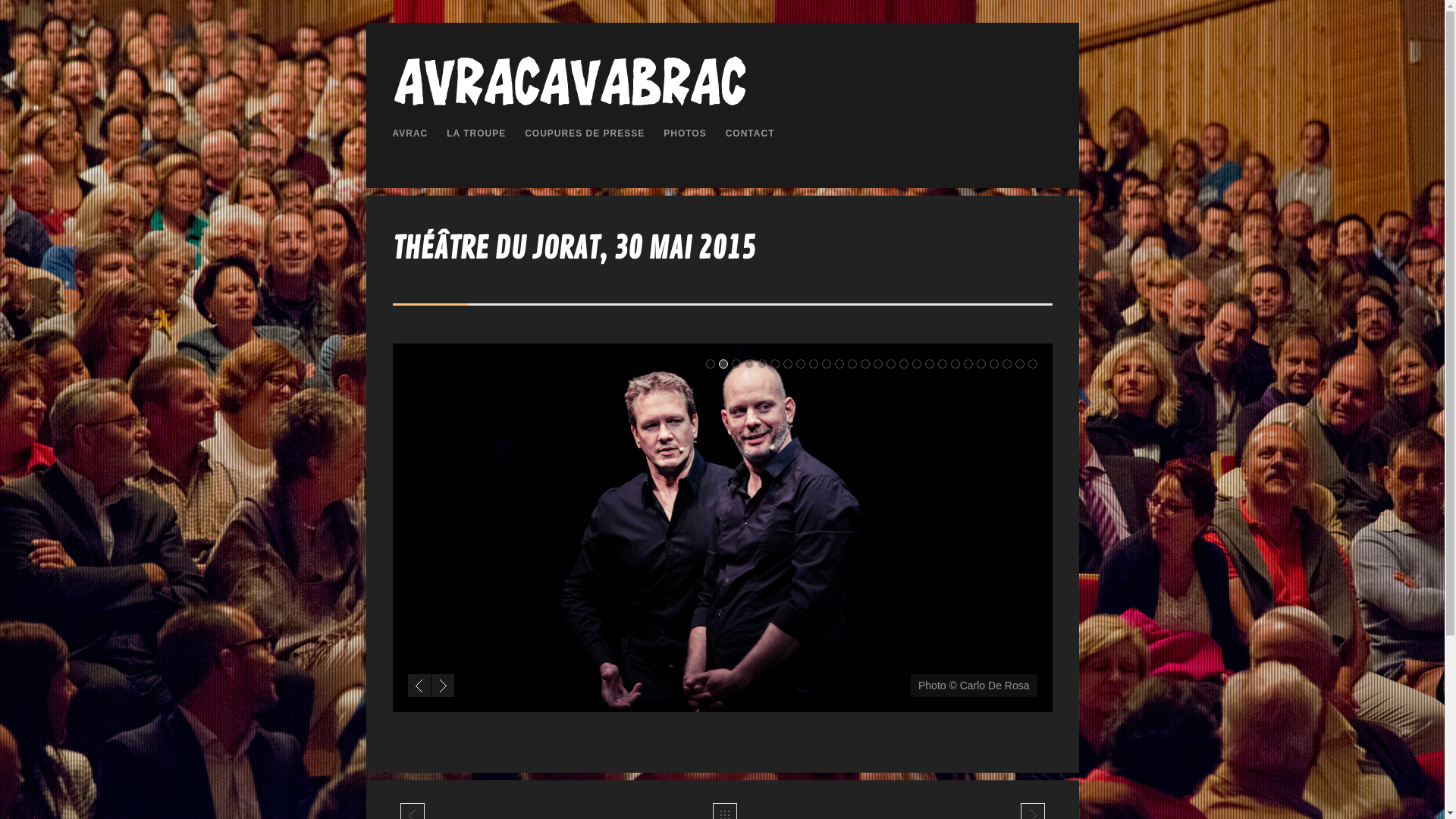 Image resolution: width=1456 pixels, height=819 pixels. Describe the element at coordinates (910, 363) in the screenshot. I see `'17'` at that location.